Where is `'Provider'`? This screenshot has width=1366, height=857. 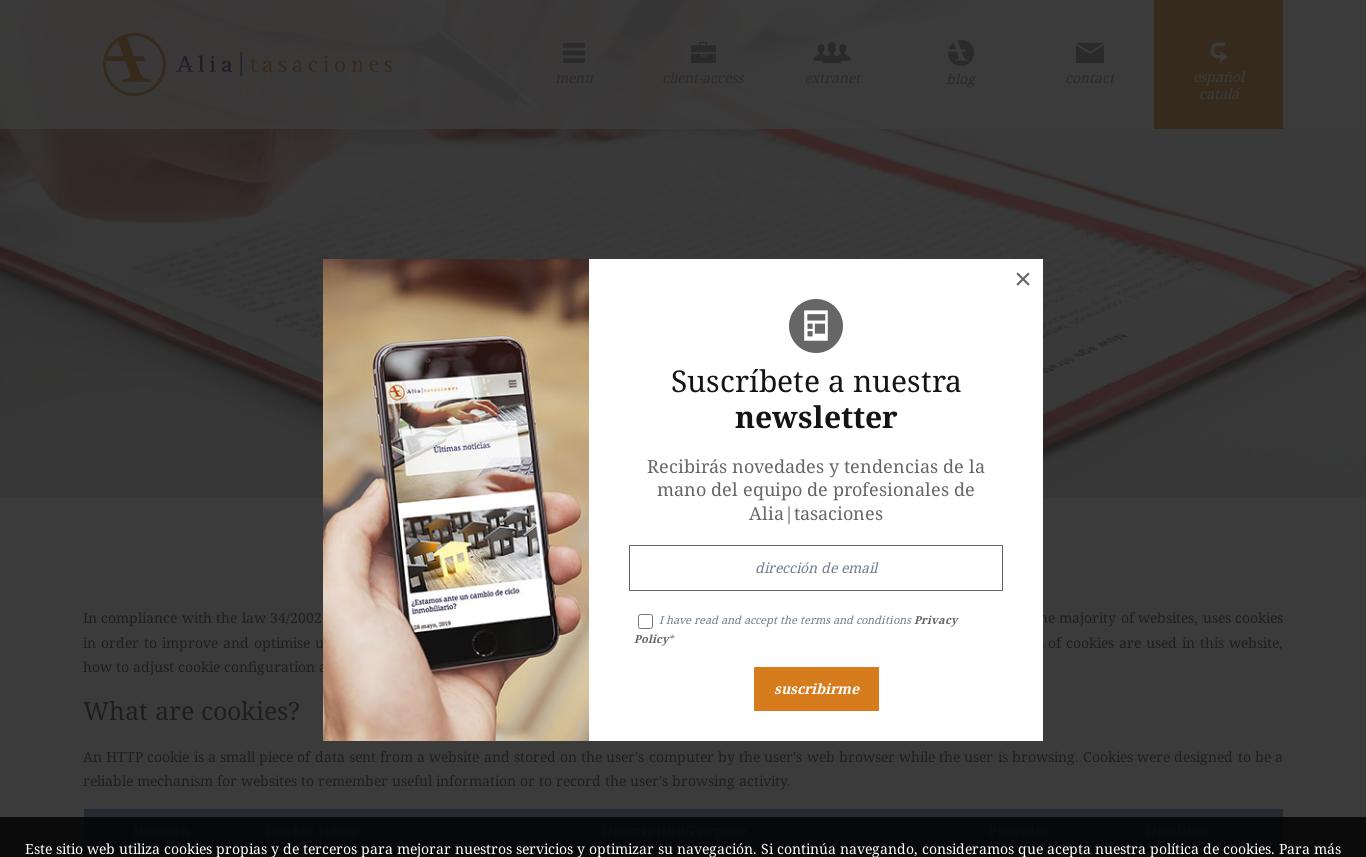
'Provider' is located at coordinates (1017, 828).